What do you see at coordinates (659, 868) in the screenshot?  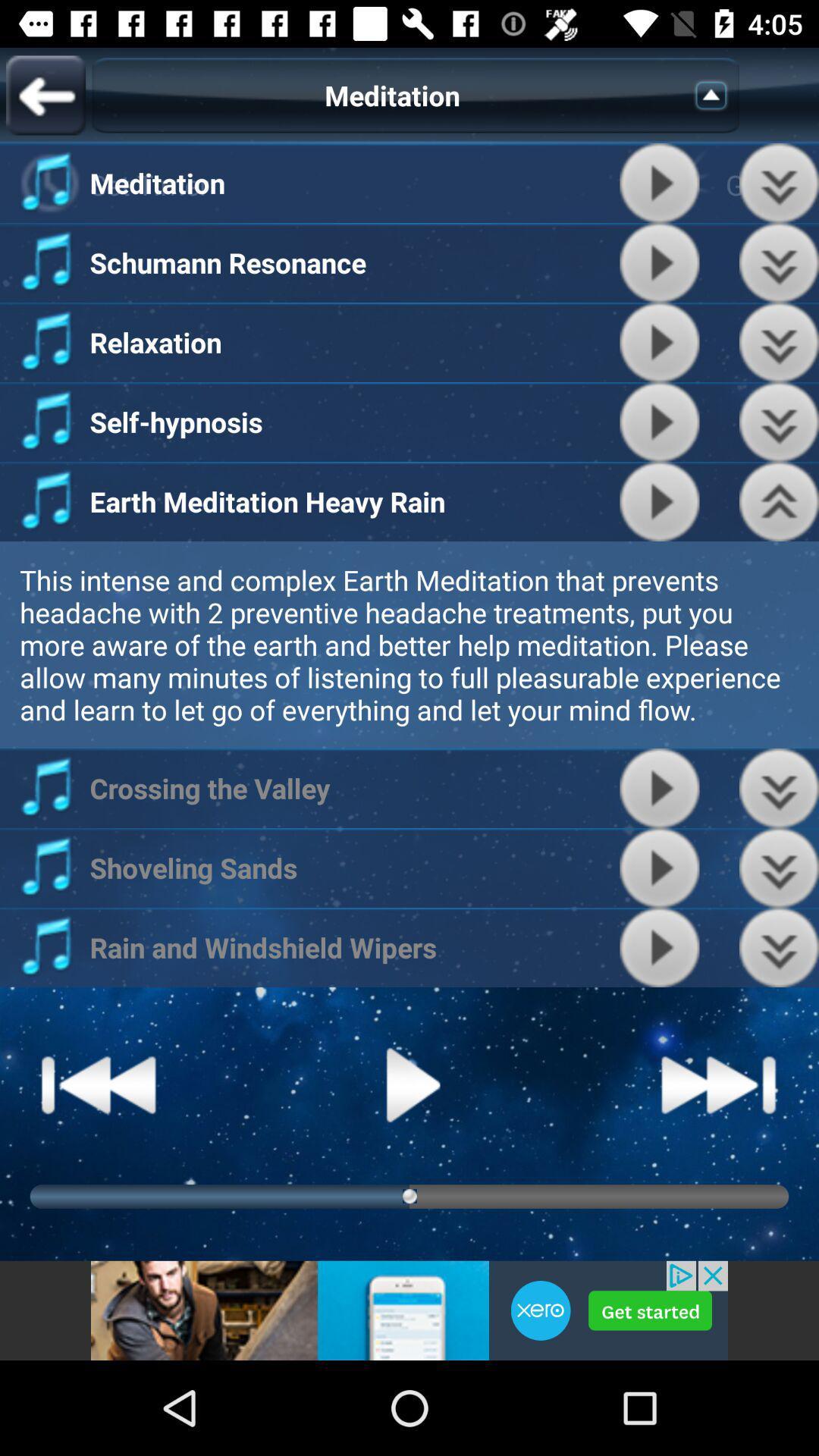 I see `stop` at bounding box center [659, 868].